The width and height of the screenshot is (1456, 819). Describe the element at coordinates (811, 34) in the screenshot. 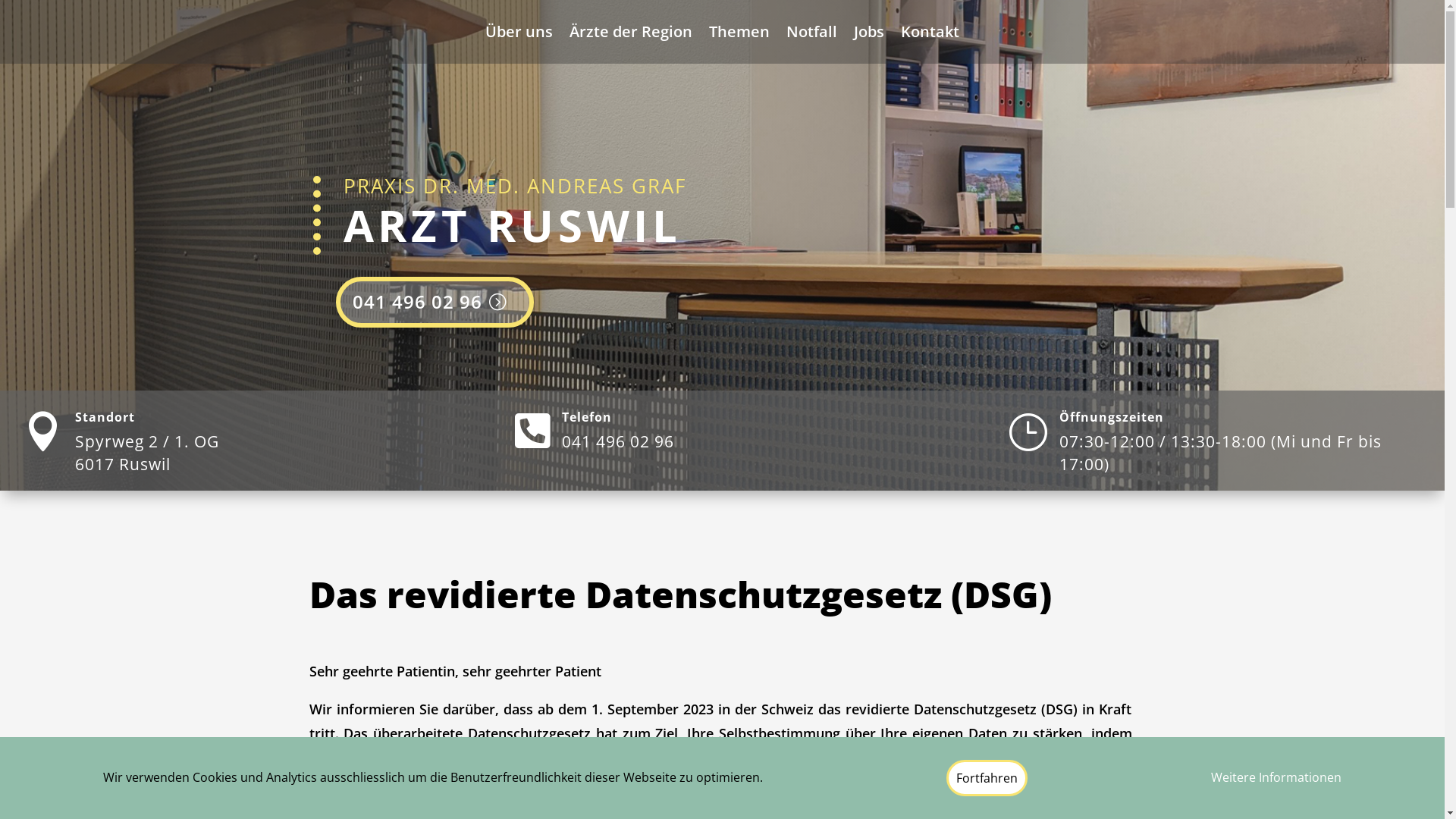

I see `'Notfall'` at that location.